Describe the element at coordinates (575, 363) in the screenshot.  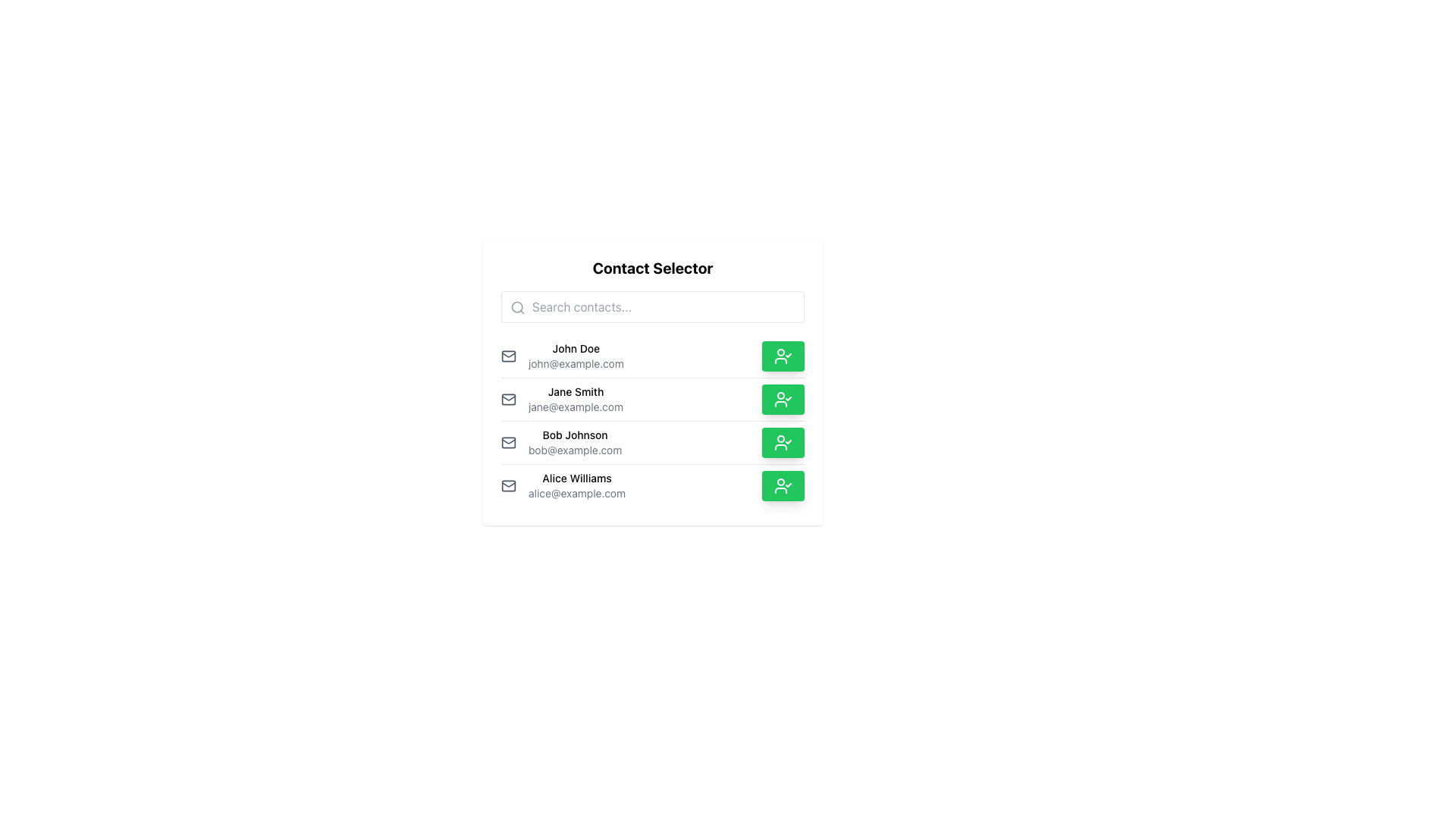
I see `the email text label displaying 'john@example.com', which is located below the name 'John Doe' in the contact list` at that location.